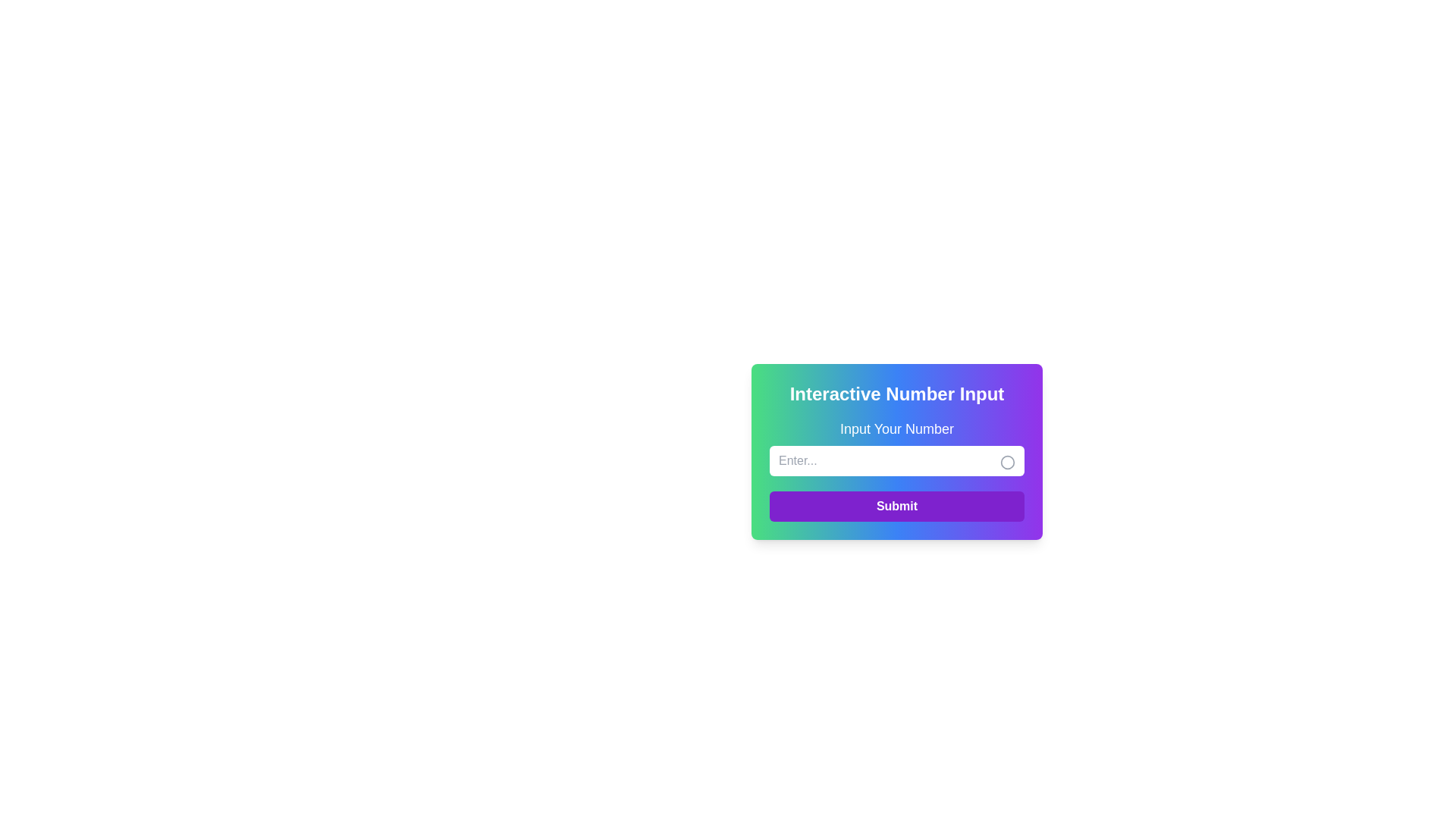 The image size is (1456, 819). What do you see at coordinates (1008, 461) in the screenshot?
I see `the decorative icon located on the right side of the input field, which provides visual feedback related to the number input` at bounding box center [1008, 461].